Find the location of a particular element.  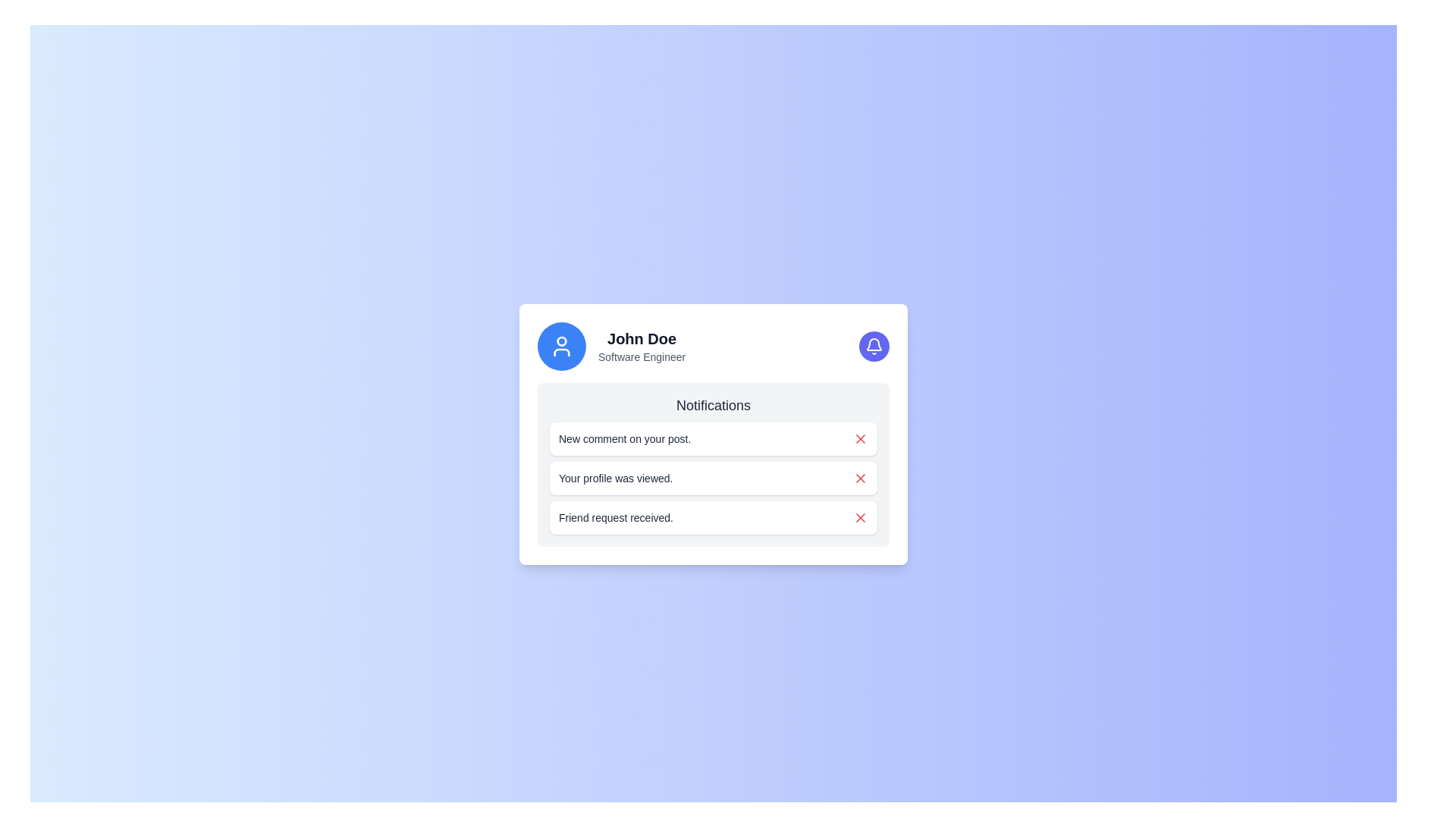

the center of the circular blue icon with a white user silhouette located at the top-left corner of the profile card for possible profile-related actions is located at coordinates (560, 346).